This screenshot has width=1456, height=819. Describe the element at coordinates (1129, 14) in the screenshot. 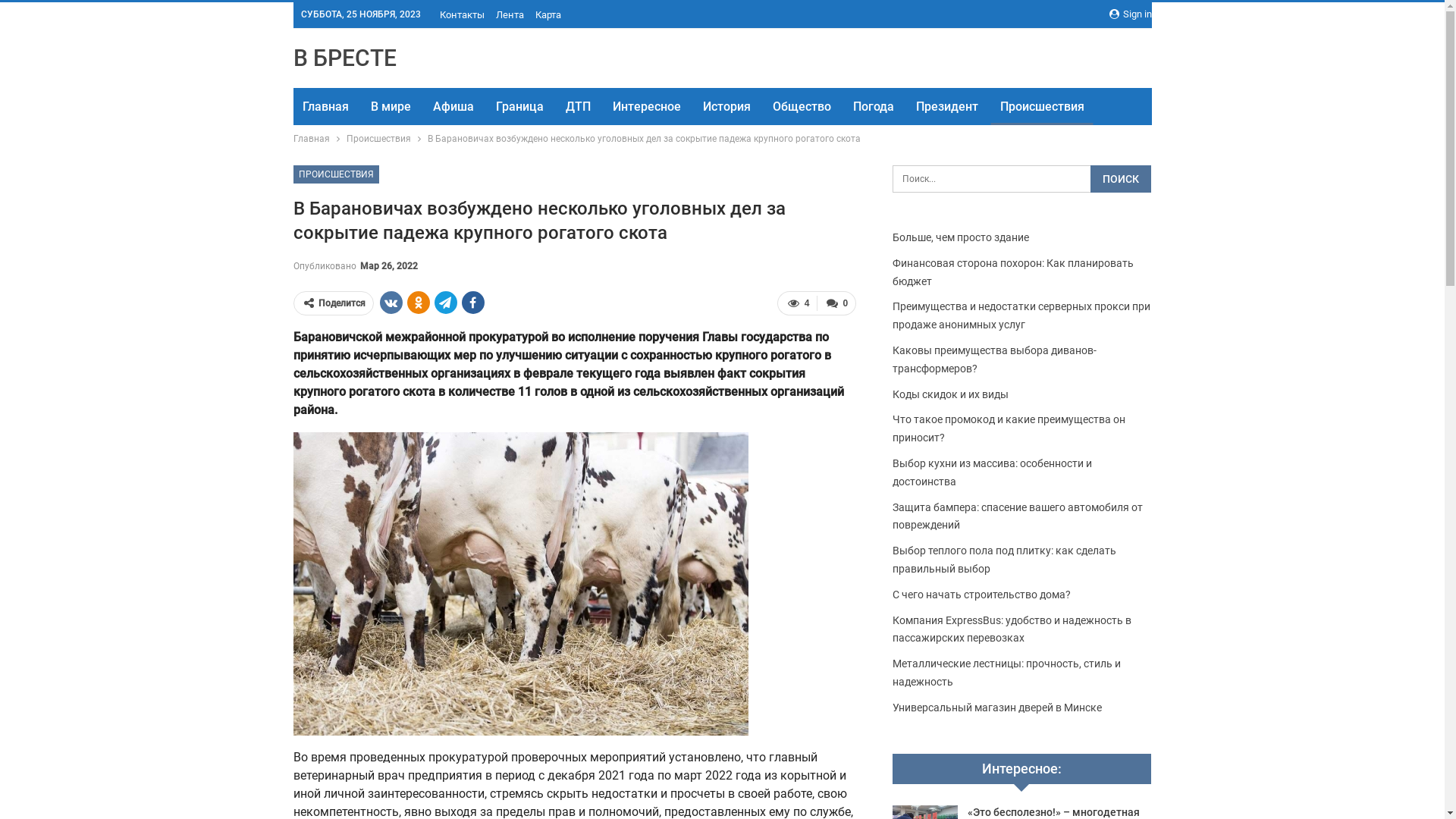

I see `'Sign in'` at that location.